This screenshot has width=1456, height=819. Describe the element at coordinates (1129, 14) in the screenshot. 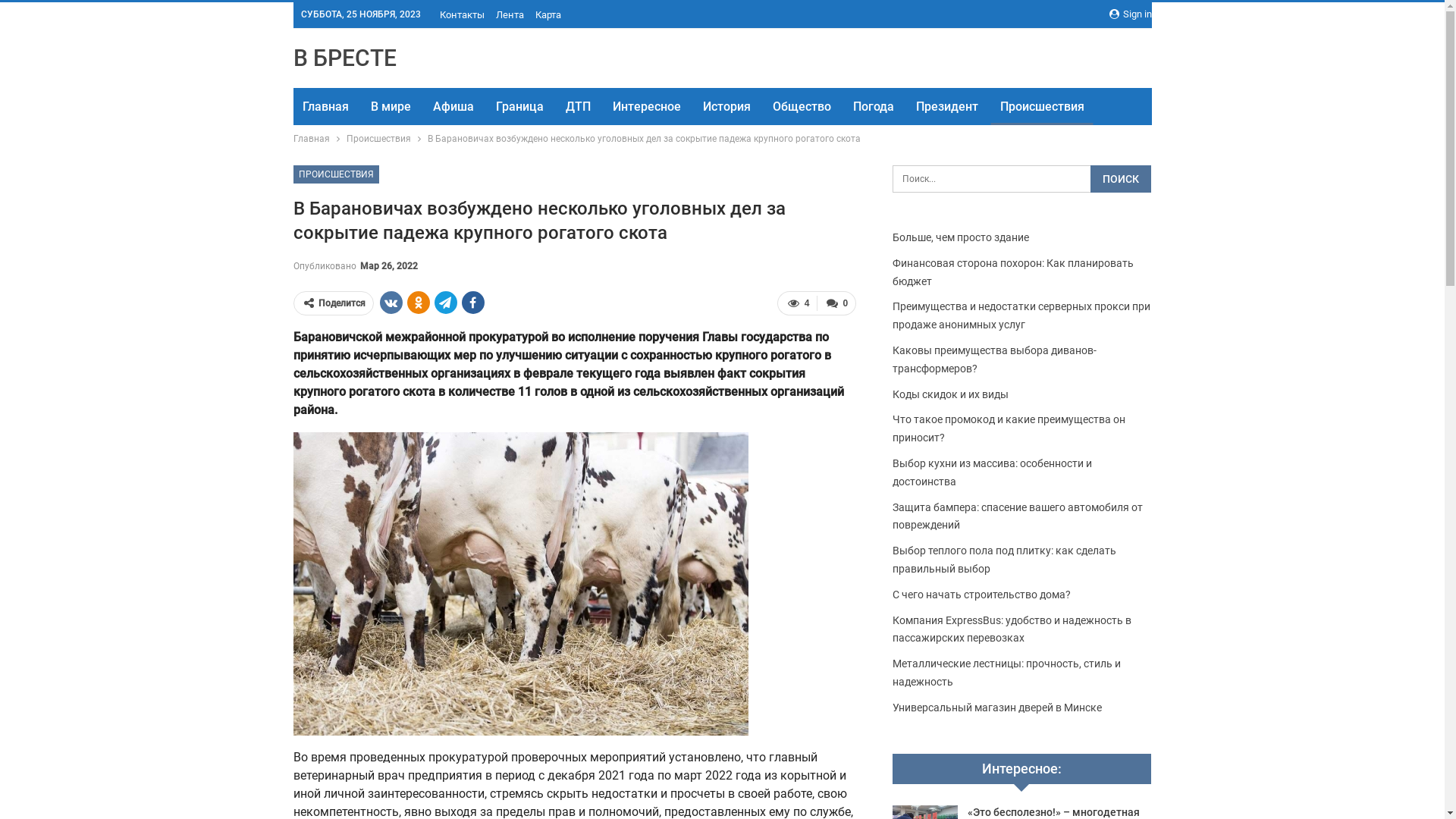

I see `'Sign in'` at that location.